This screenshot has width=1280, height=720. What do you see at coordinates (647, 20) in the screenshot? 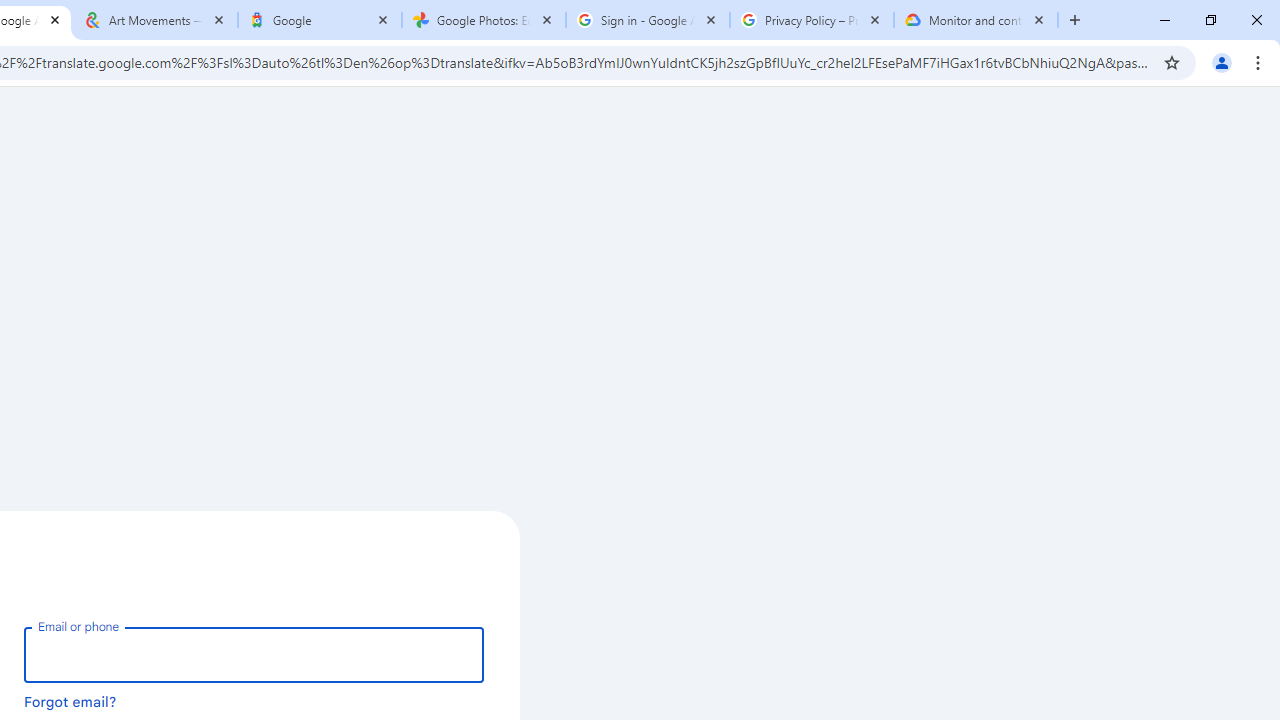
I see `'Sign in - Google Accounts'` at bounding box center [647, 20].